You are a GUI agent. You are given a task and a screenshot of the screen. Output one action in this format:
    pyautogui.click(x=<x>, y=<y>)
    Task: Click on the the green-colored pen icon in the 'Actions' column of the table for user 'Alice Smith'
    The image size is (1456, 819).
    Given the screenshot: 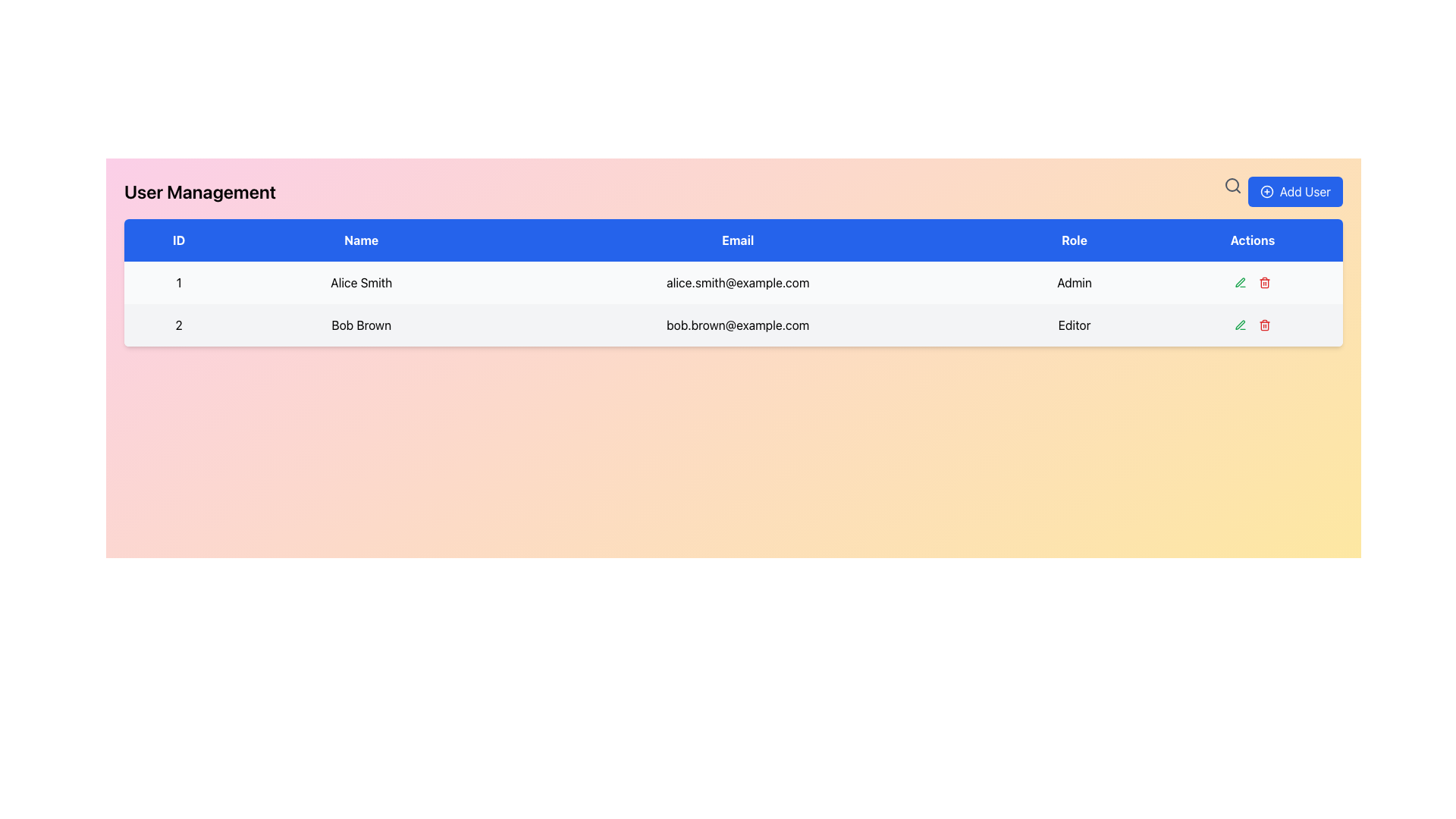 What is the action you would take?
    pyautogui.click(x=1240, y=324)
    